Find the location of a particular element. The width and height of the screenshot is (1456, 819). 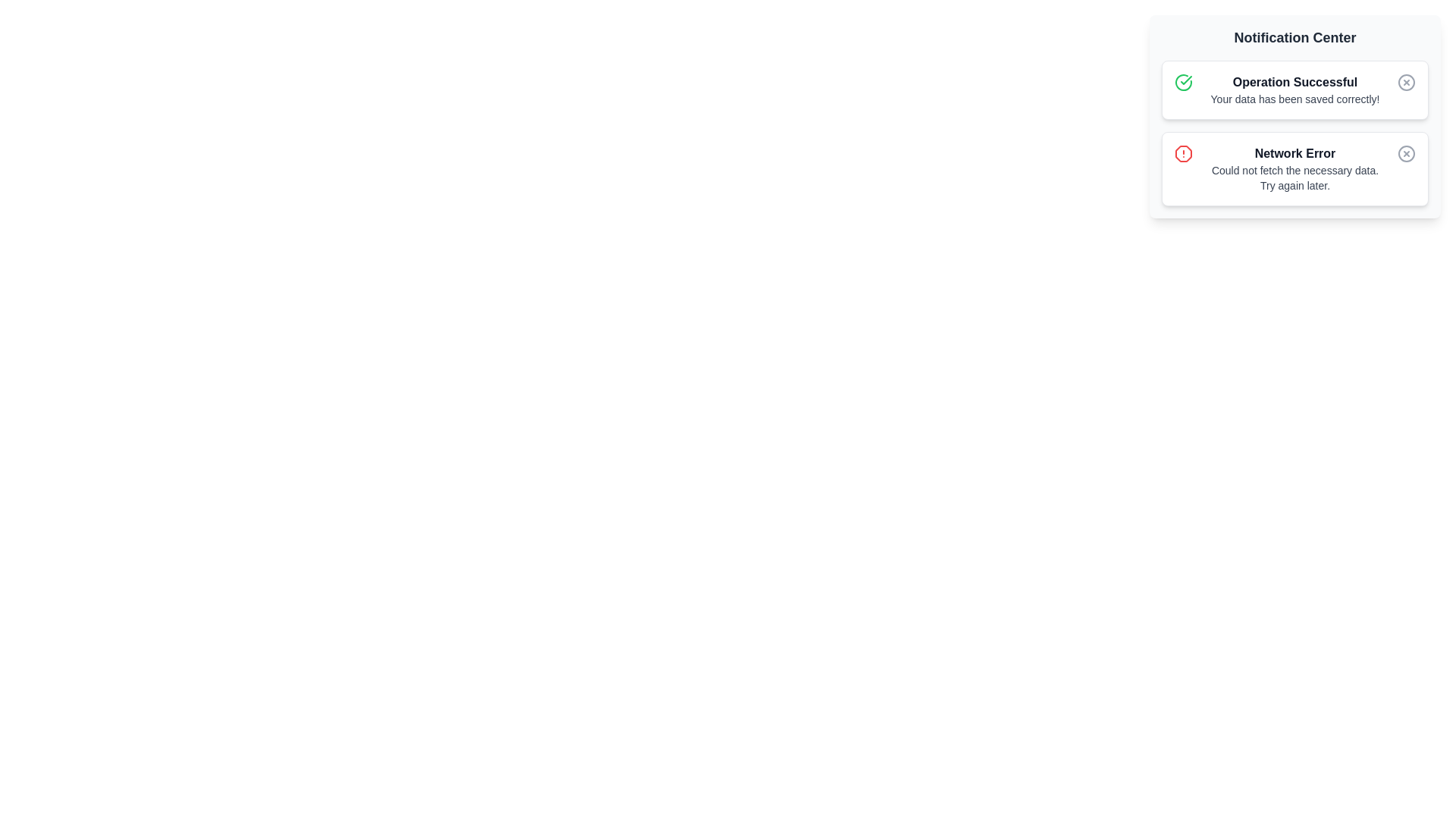

circular SVG graphic located in the top-right corner of the 'Operation Successful' notification for debugging purposes is located at coordinates (1405, 82).